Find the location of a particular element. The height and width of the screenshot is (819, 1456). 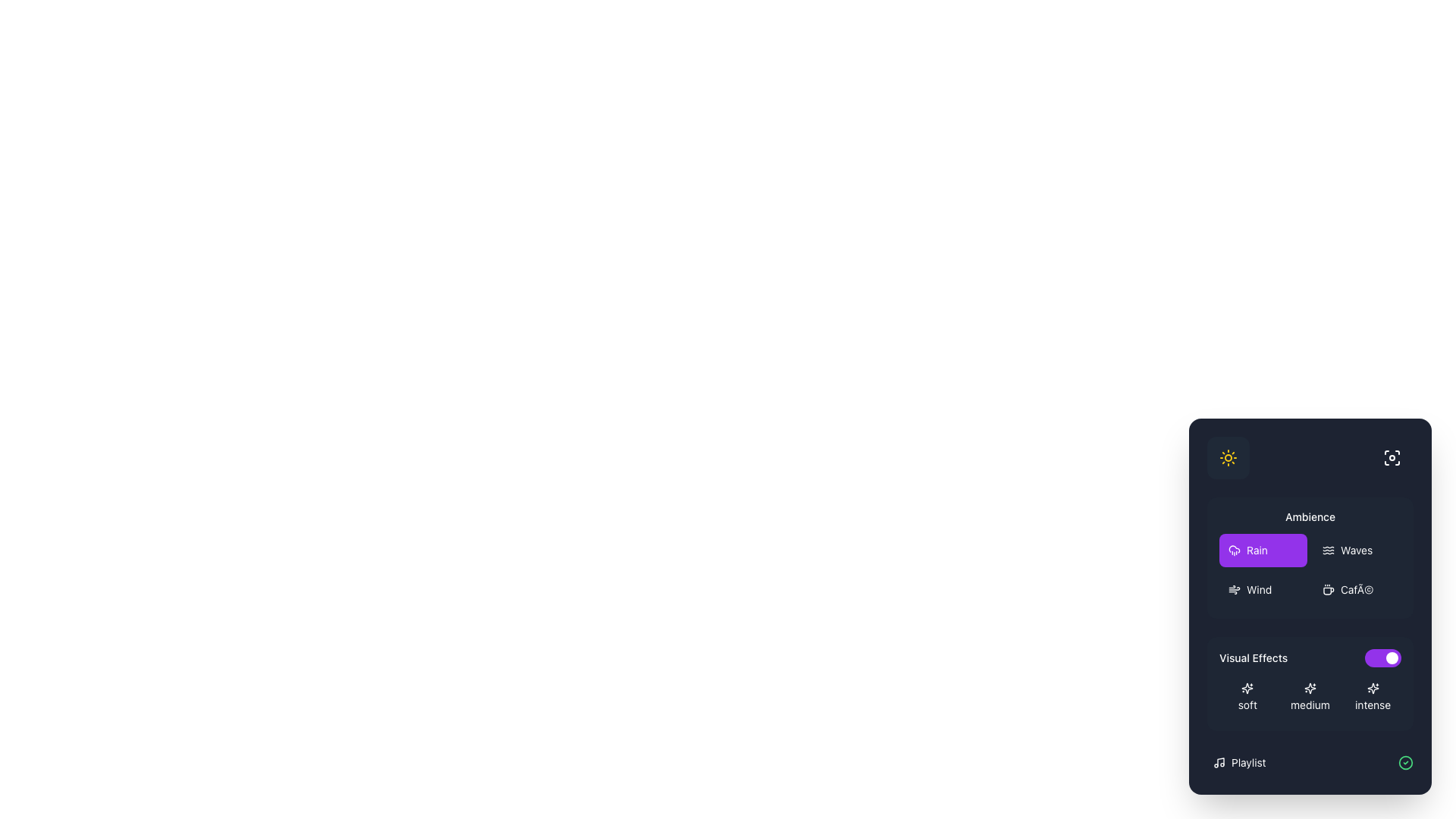

the text label displaying 'Wind', which is styled in white on a dark blue background, located in the 'Ambience' section of the UI is located at coordinates (1259, 589).